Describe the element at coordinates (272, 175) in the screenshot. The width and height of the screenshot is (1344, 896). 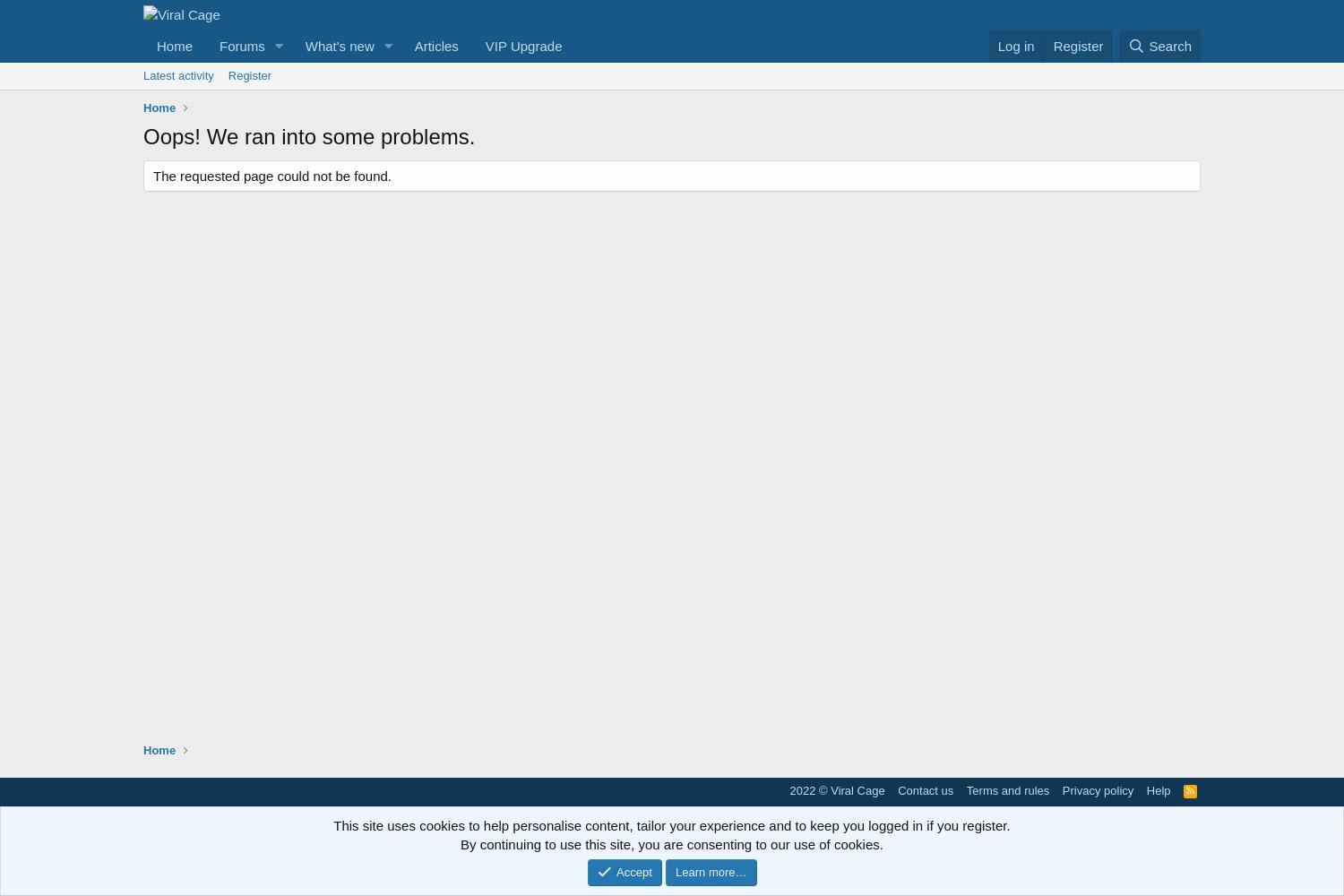
I see `'The requested page could not be found.'` at that location.